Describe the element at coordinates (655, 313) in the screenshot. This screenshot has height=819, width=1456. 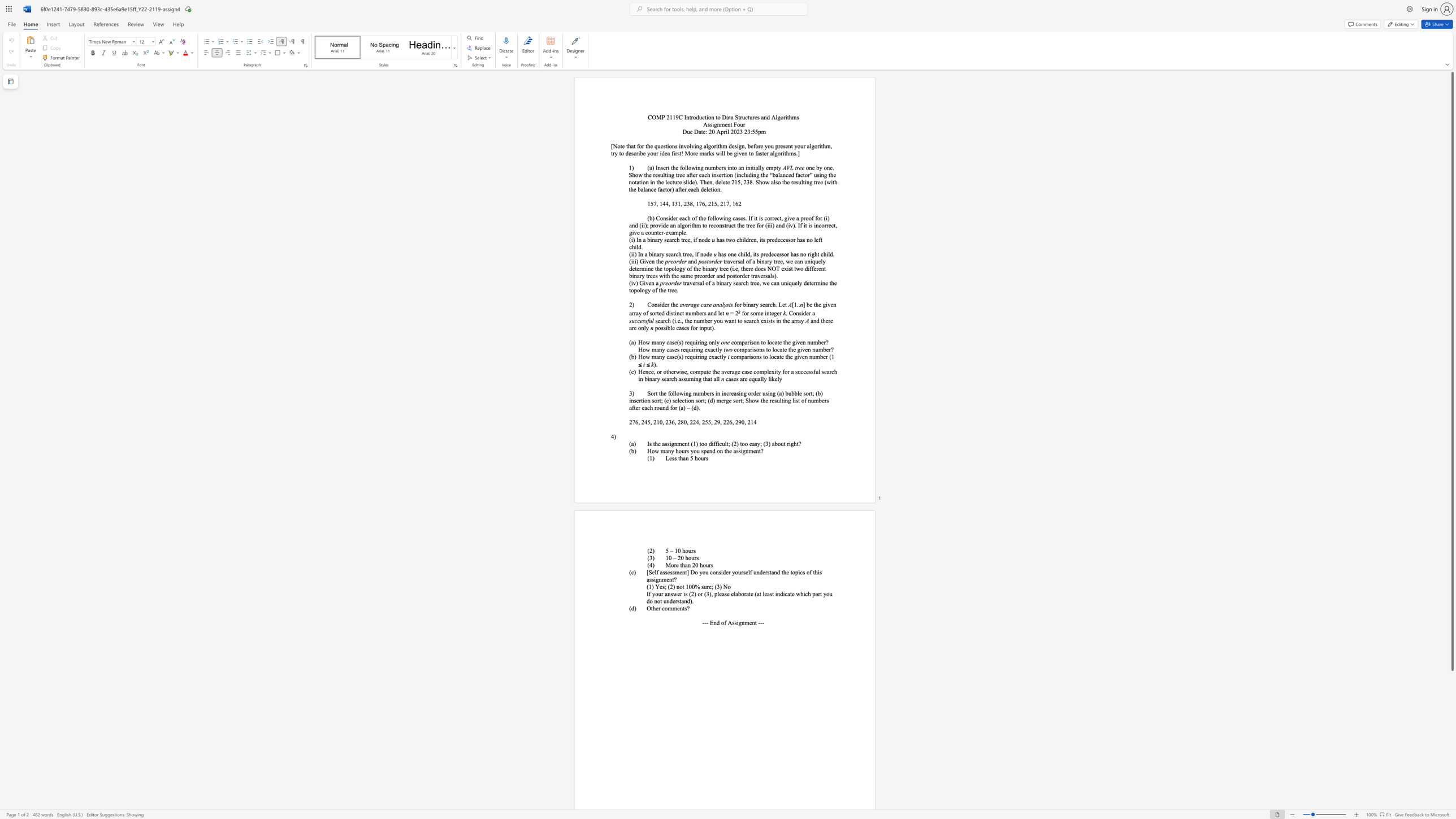
I see `the subset text "rted distinc" within the text "] be the given array of sorted distinct numbers and let"` at that location.